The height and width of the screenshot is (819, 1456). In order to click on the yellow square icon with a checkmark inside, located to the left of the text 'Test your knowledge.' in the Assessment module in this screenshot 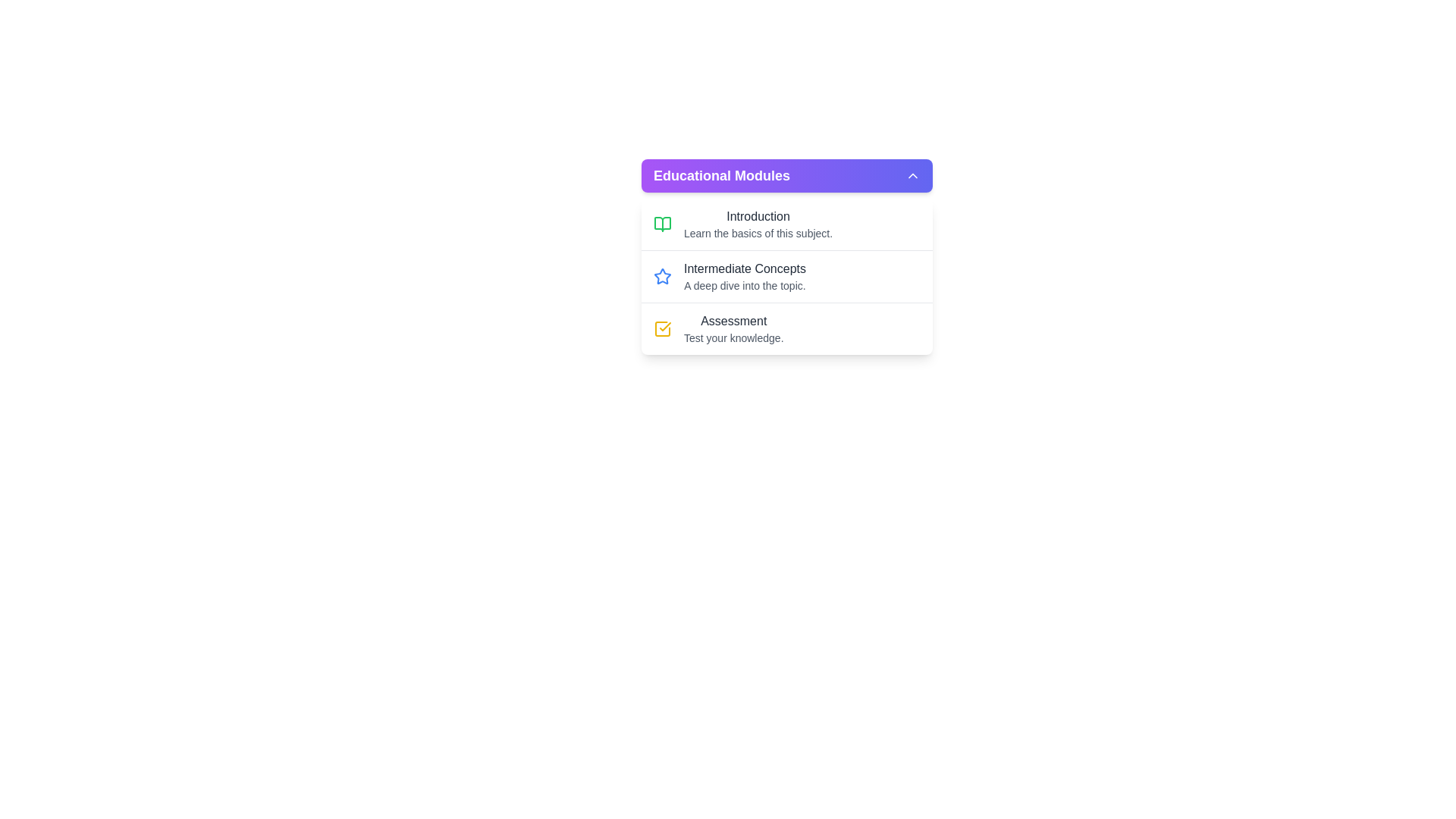, I will do `click(662, 328)`.